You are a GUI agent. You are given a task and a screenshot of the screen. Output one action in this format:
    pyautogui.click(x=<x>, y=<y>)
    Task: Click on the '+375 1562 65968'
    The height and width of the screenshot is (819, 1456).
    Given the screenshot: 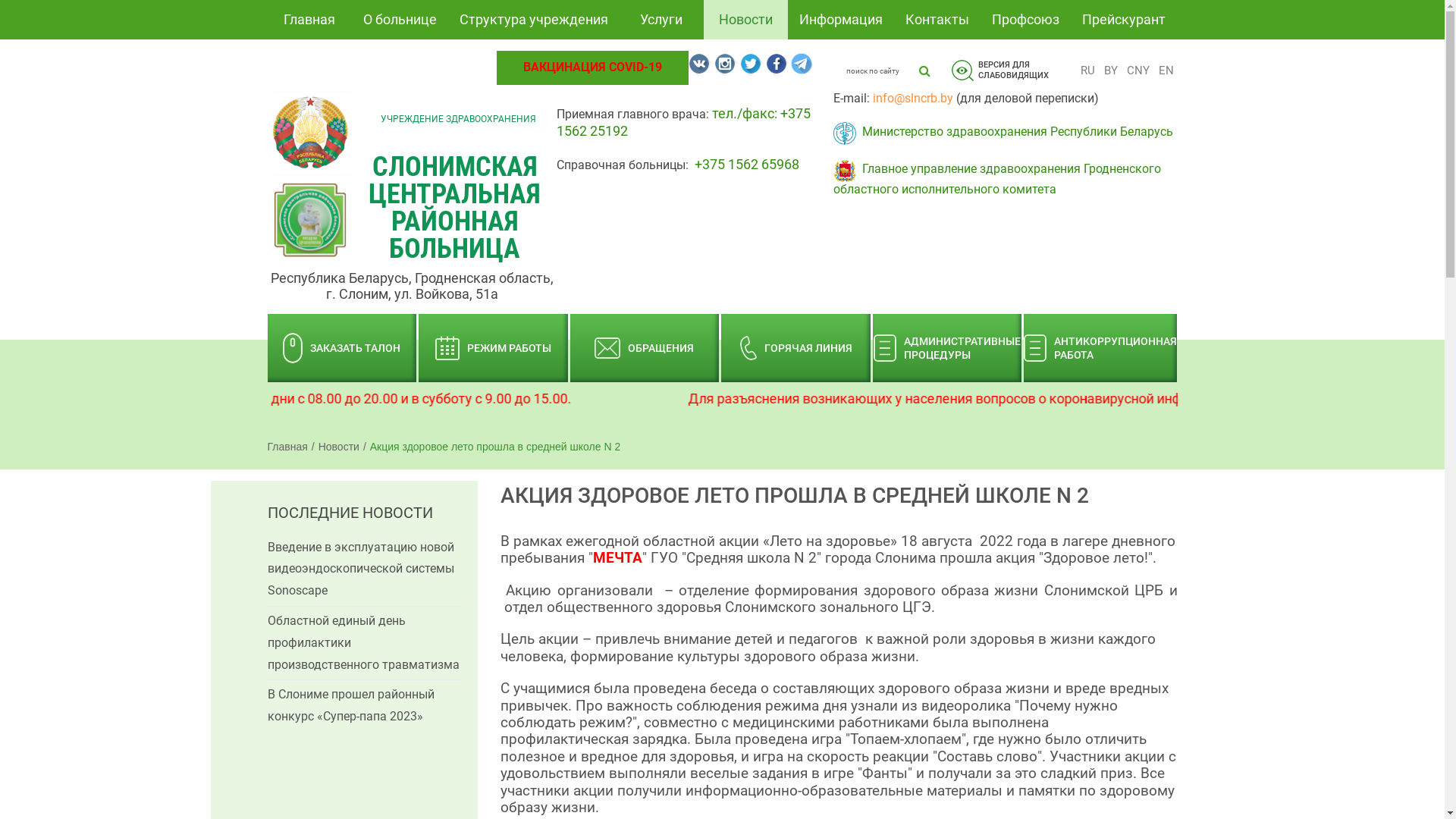 What is the action you would take?
    pyautogui.click(x=746, y=164)
    